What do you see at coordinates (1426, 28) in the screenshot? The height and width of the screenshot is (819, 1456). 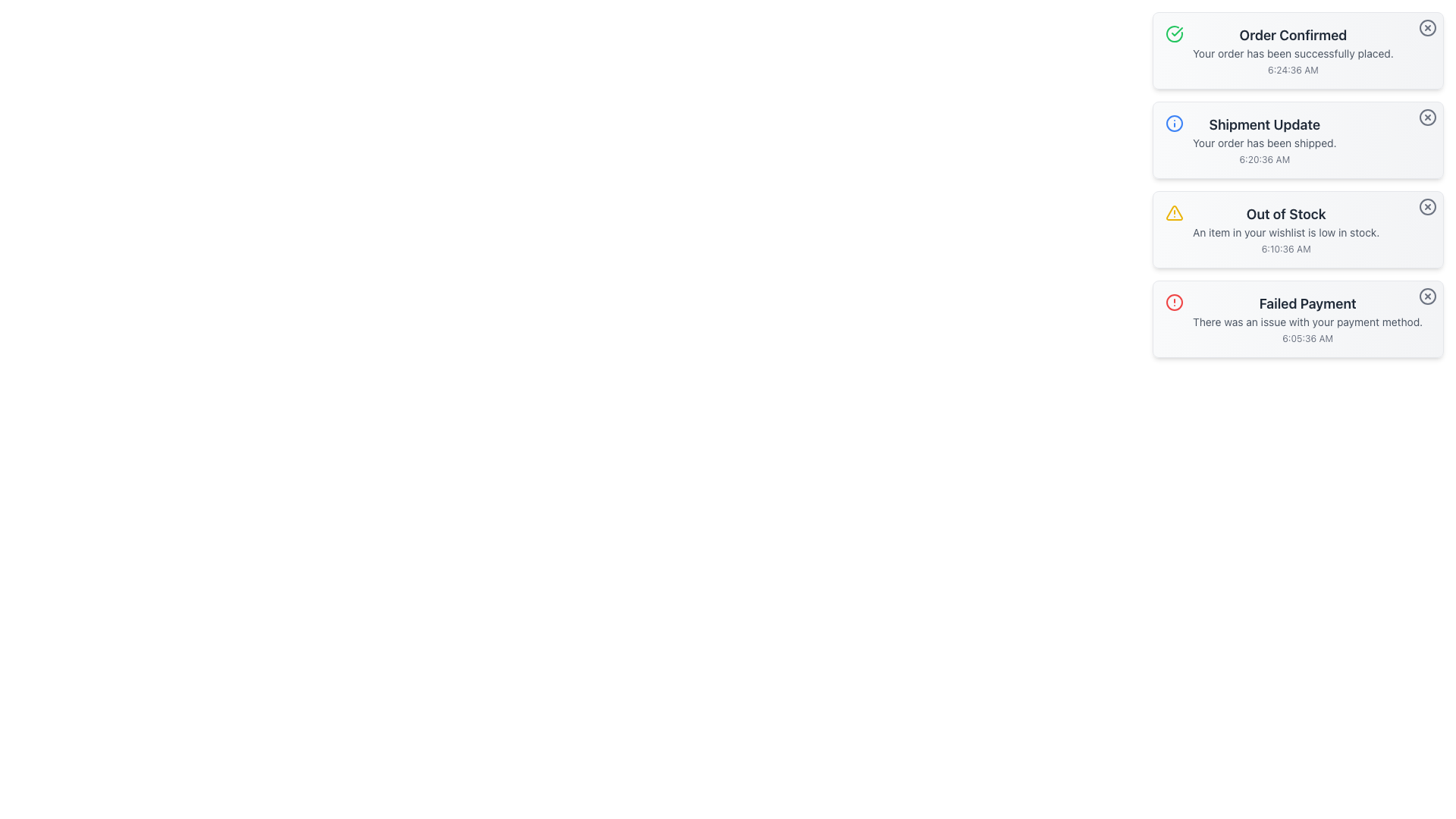 I see `the close-button icon located at the top-right corner of the 'Order Confirmed' notification card, represented by the circular vector graphic` at bounding box center [1426, 28].